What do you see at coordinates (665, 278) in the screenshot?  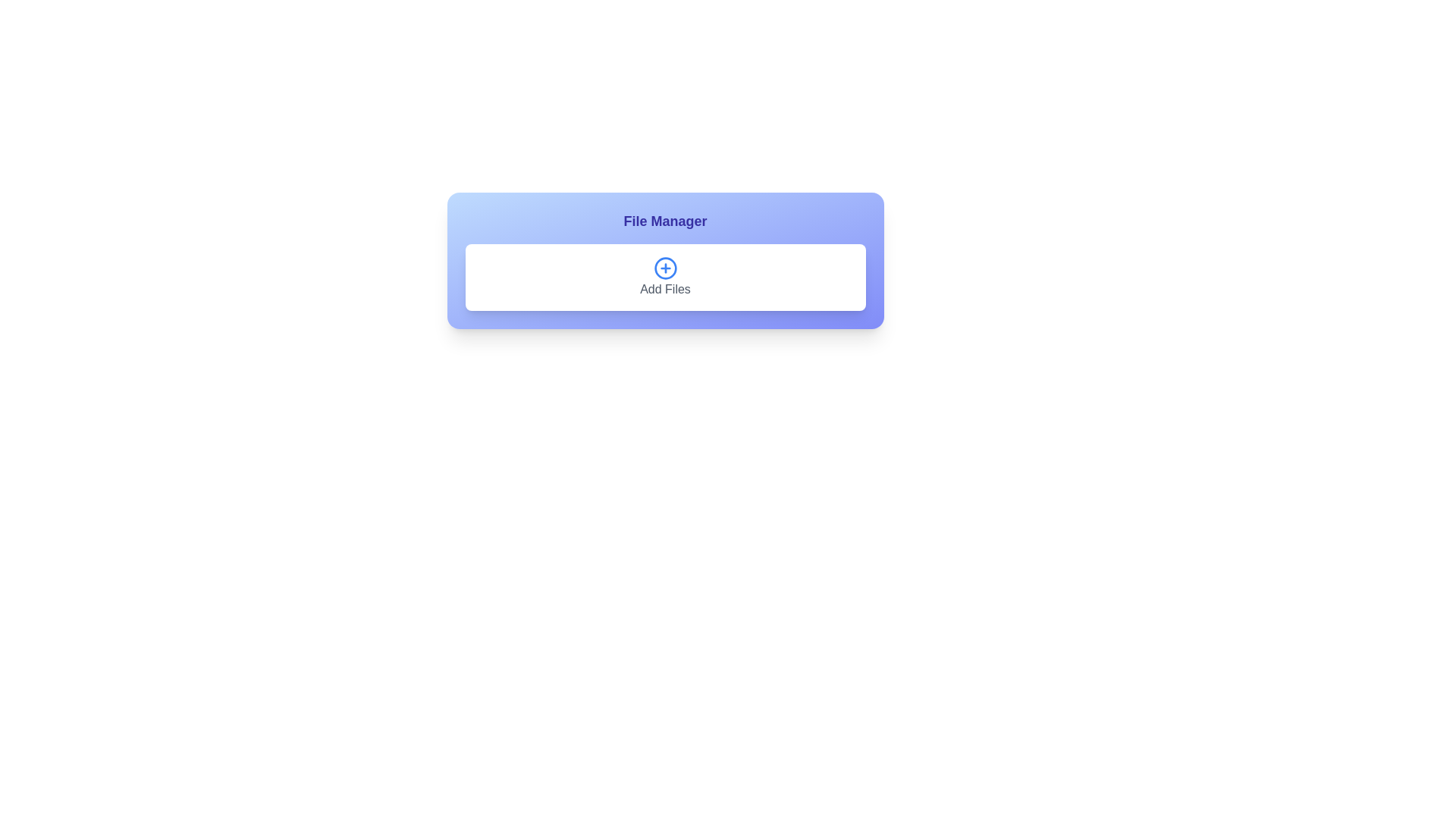 I see `the file upload button located in the top-middle portion of the white box with a shadow in the blue gradient panel labeled 'File Manager'` at bounding box center [665, 278].